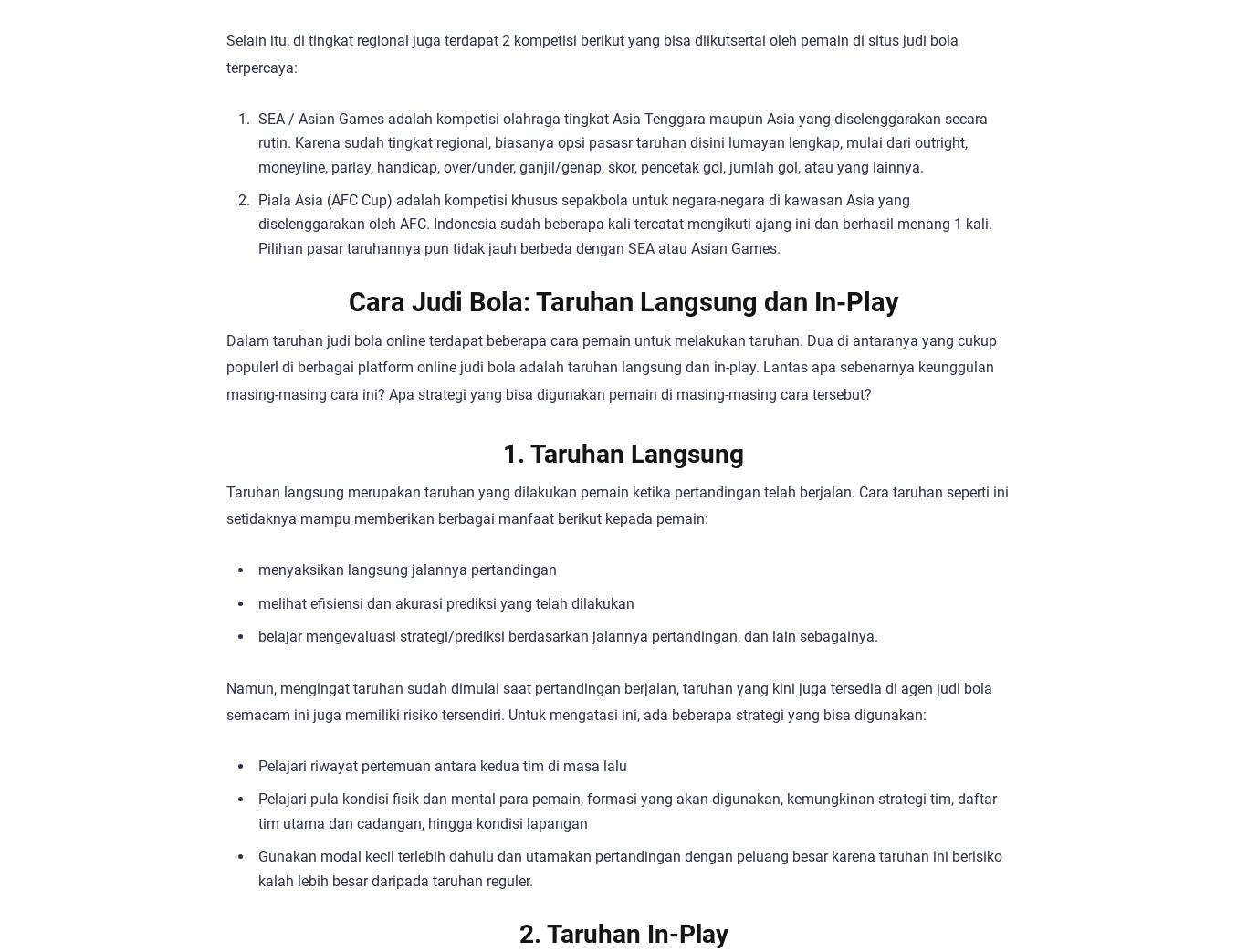  I want to click on 'melihat efisiensi dan akurasi prediksi yang telah dilakukan', so click(446, 602).